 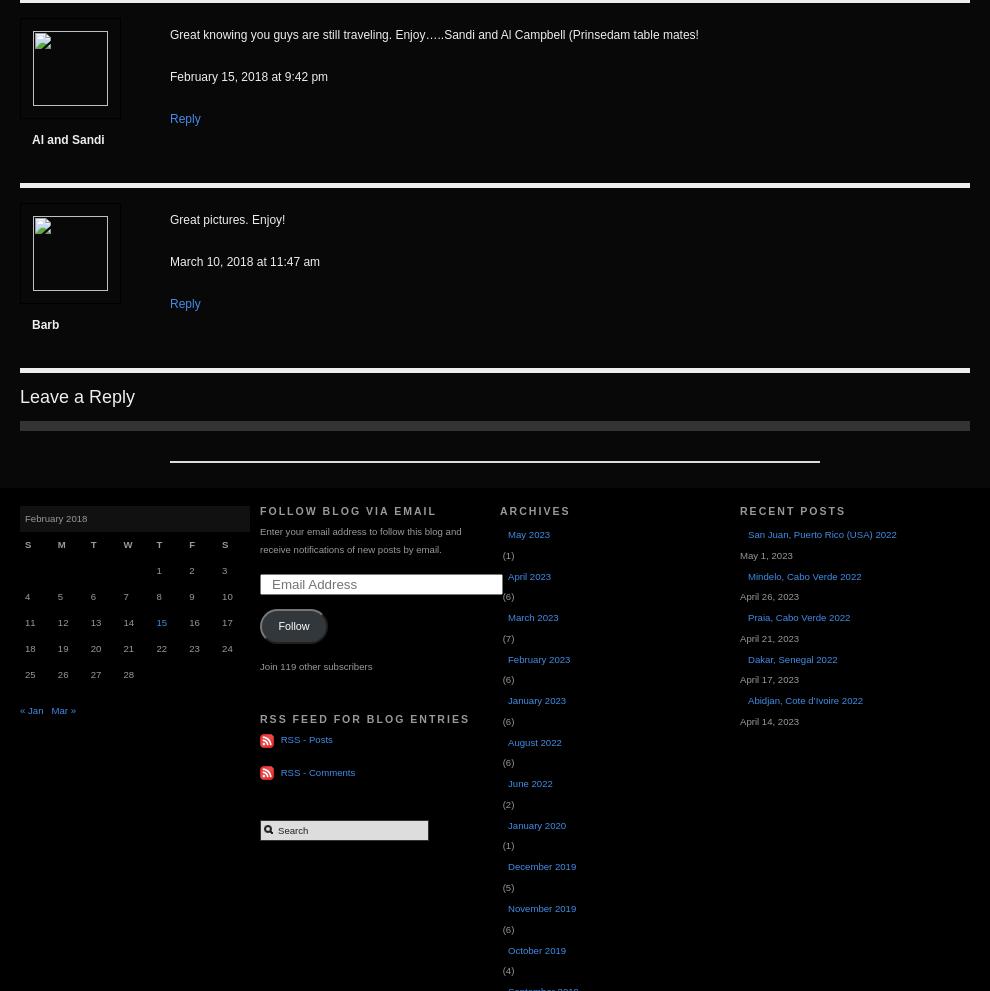 I want to click on '(4)', so click(x=505, y=970).